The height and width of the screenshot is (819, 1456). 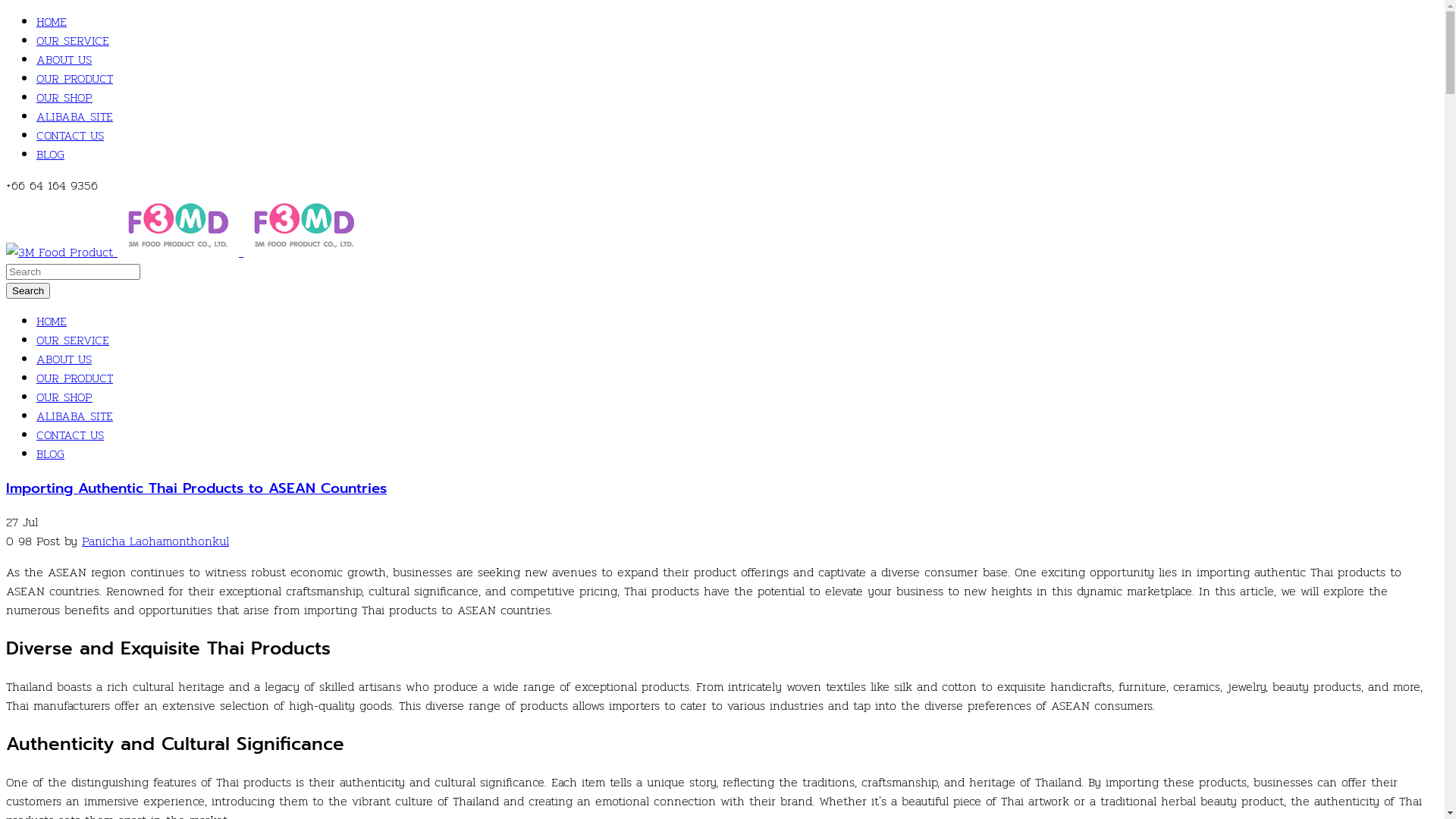 I want to click on 'OUR SERVICE', so click(x=72, y=39).